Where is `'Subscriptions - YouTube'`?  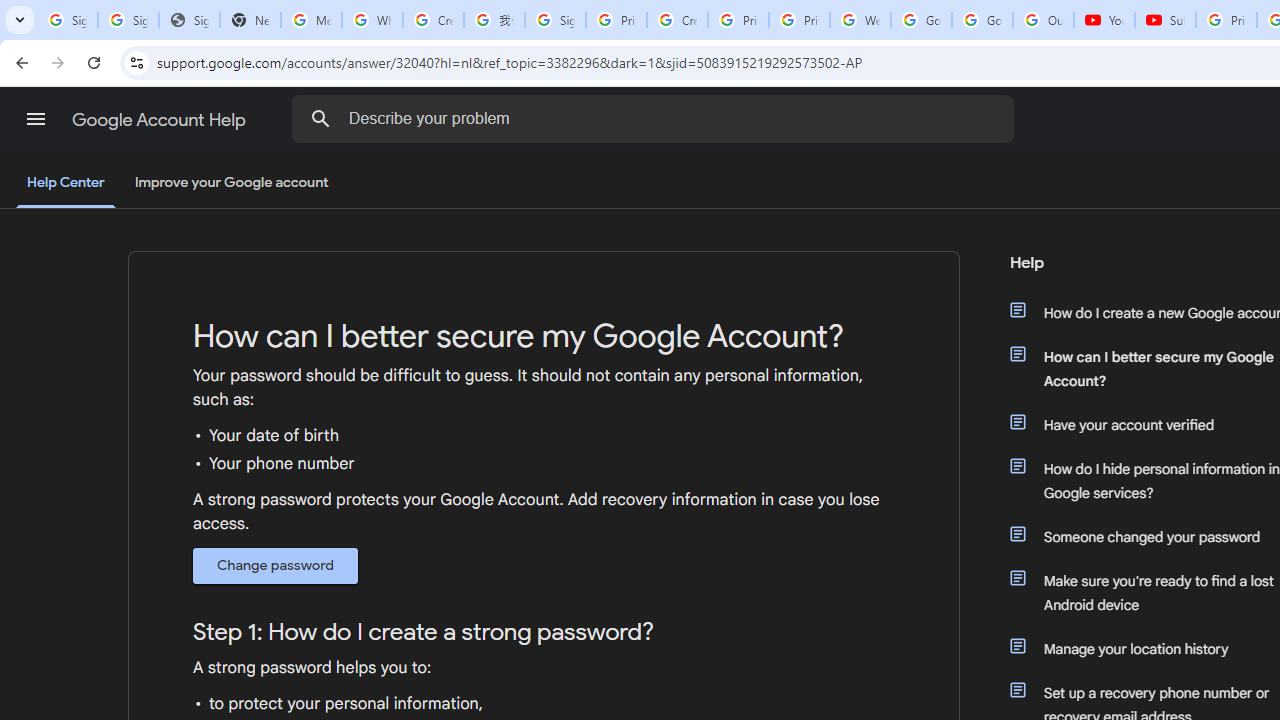 'Subscriptions - YouTube' is located at coordinates (1165, 20).